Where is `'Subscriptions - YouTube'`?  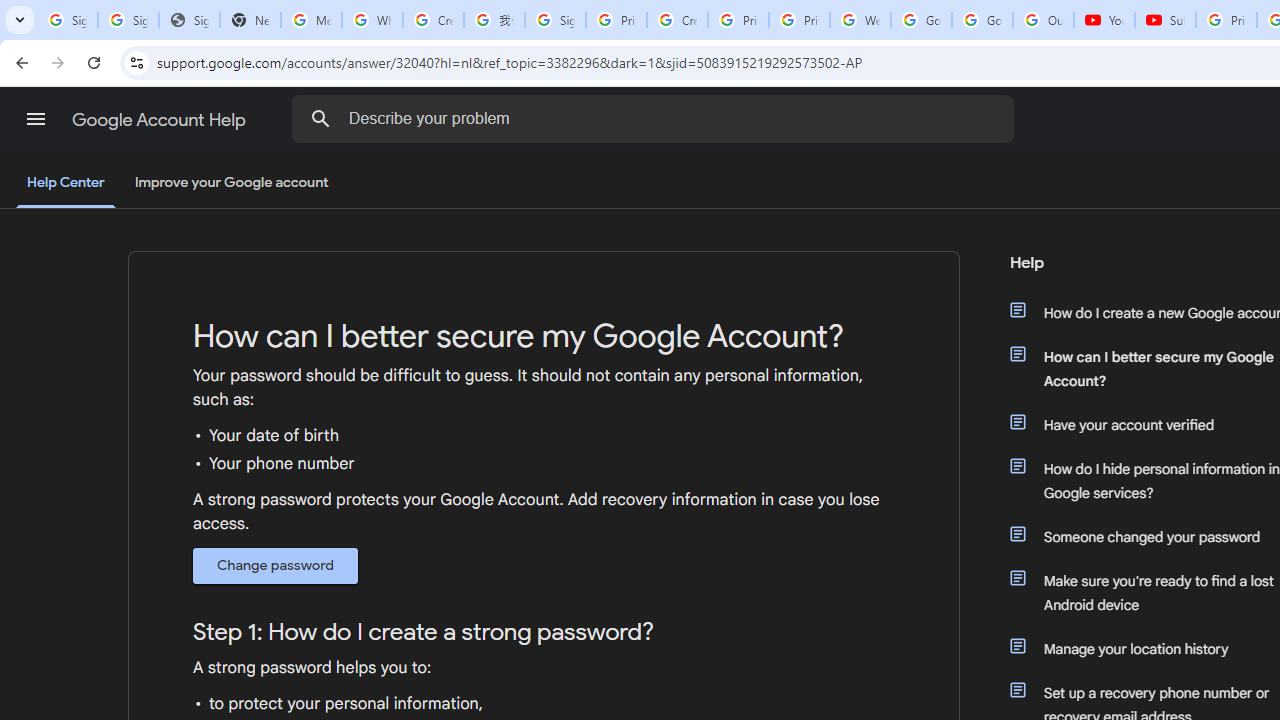 'Subscriptions - YouTube' is located at coordinates (1165, 20).